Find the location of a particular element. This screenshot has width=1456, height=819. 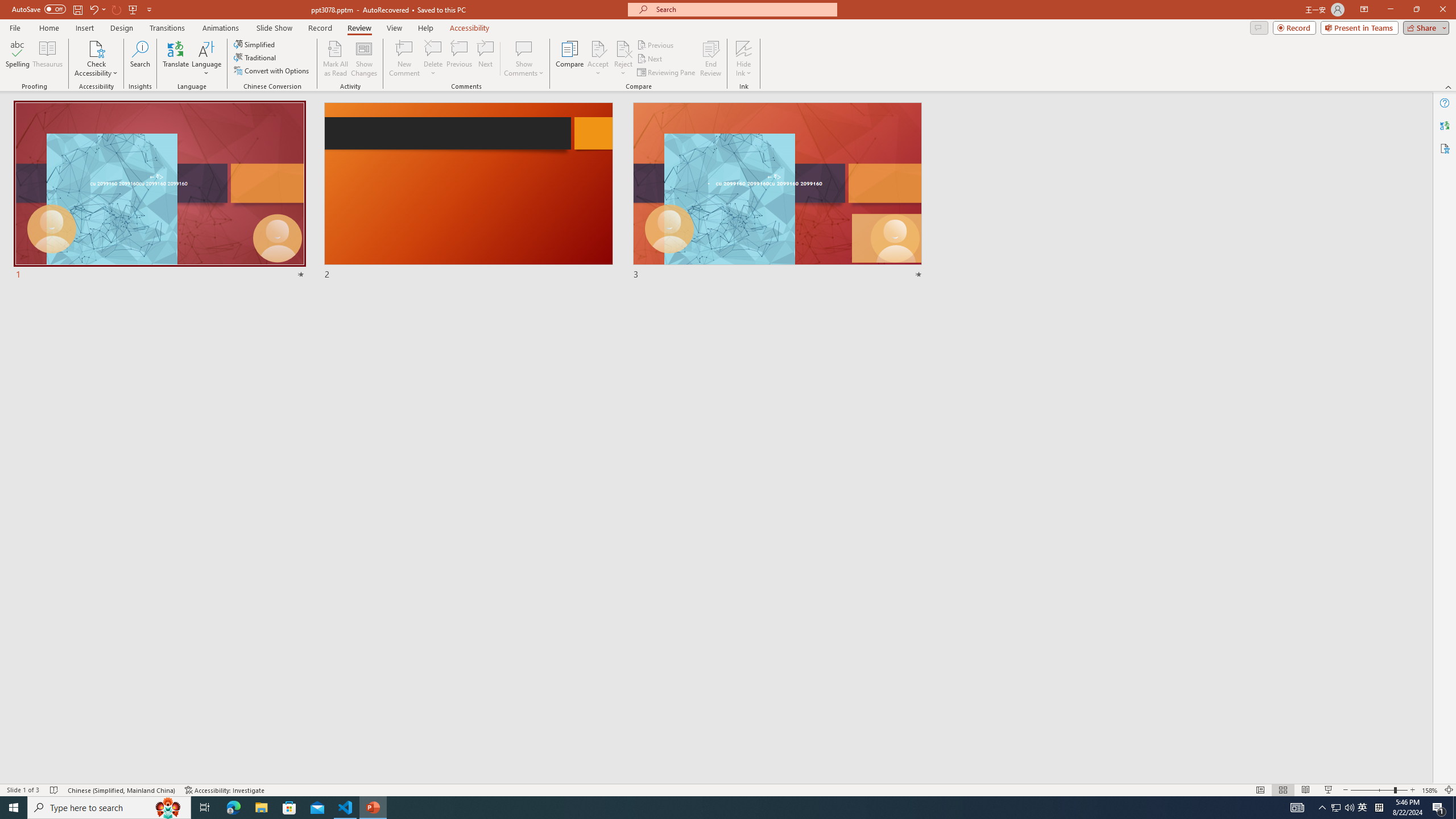

'Zoom 158%' is located at coordinates (1430, 790).